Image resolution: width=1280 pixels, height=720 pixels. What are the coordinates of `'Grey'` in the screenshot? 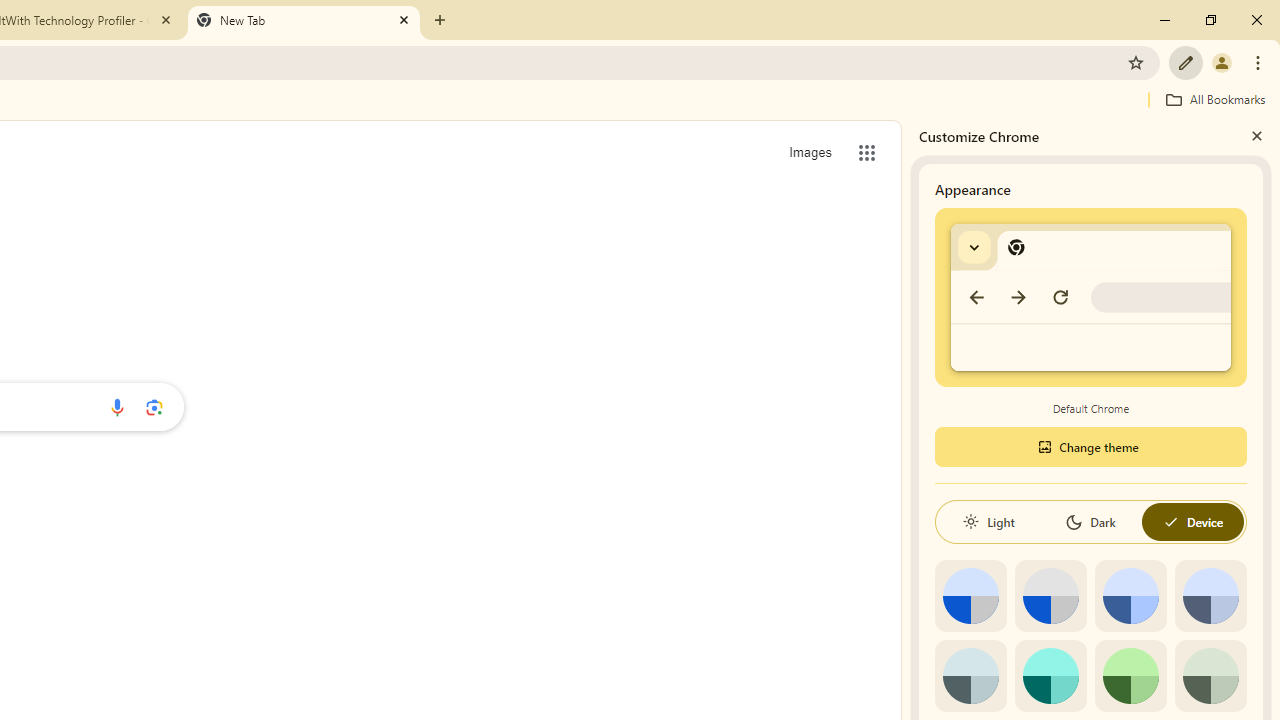 It's located at (970, 675).